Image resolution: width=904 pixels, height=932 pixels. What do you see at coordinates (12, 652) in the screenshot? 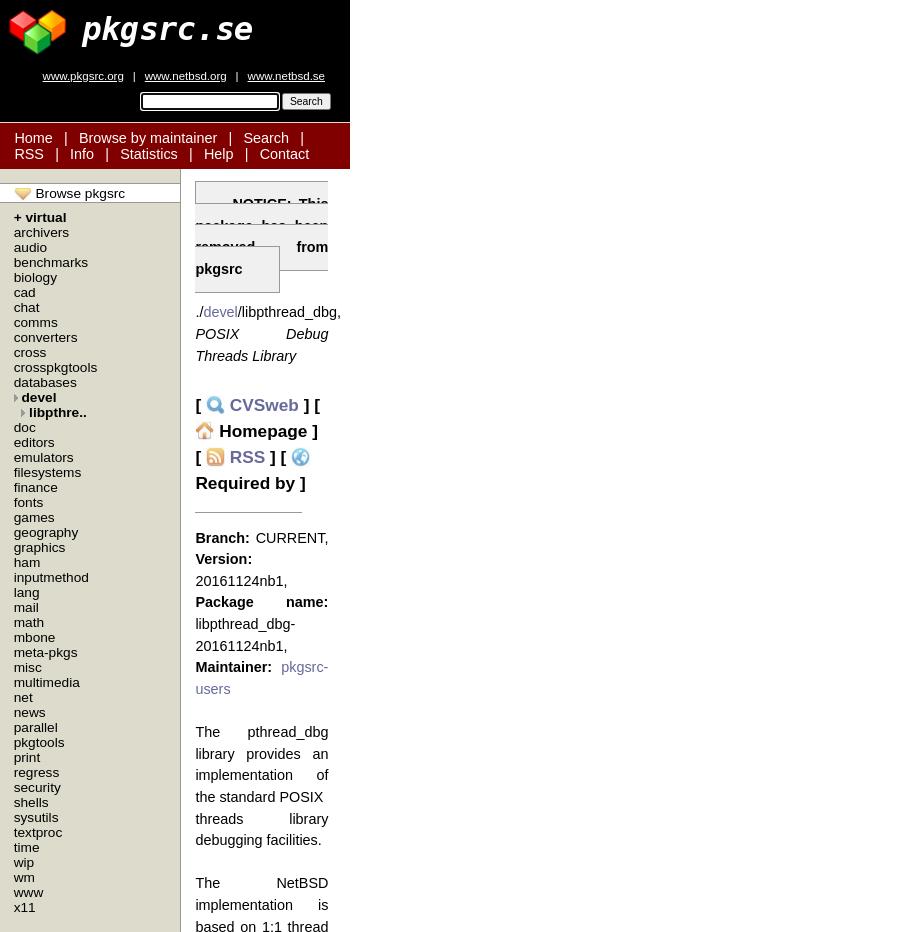
I see `'meta-pkgs'` at bounding box center [12, 652].